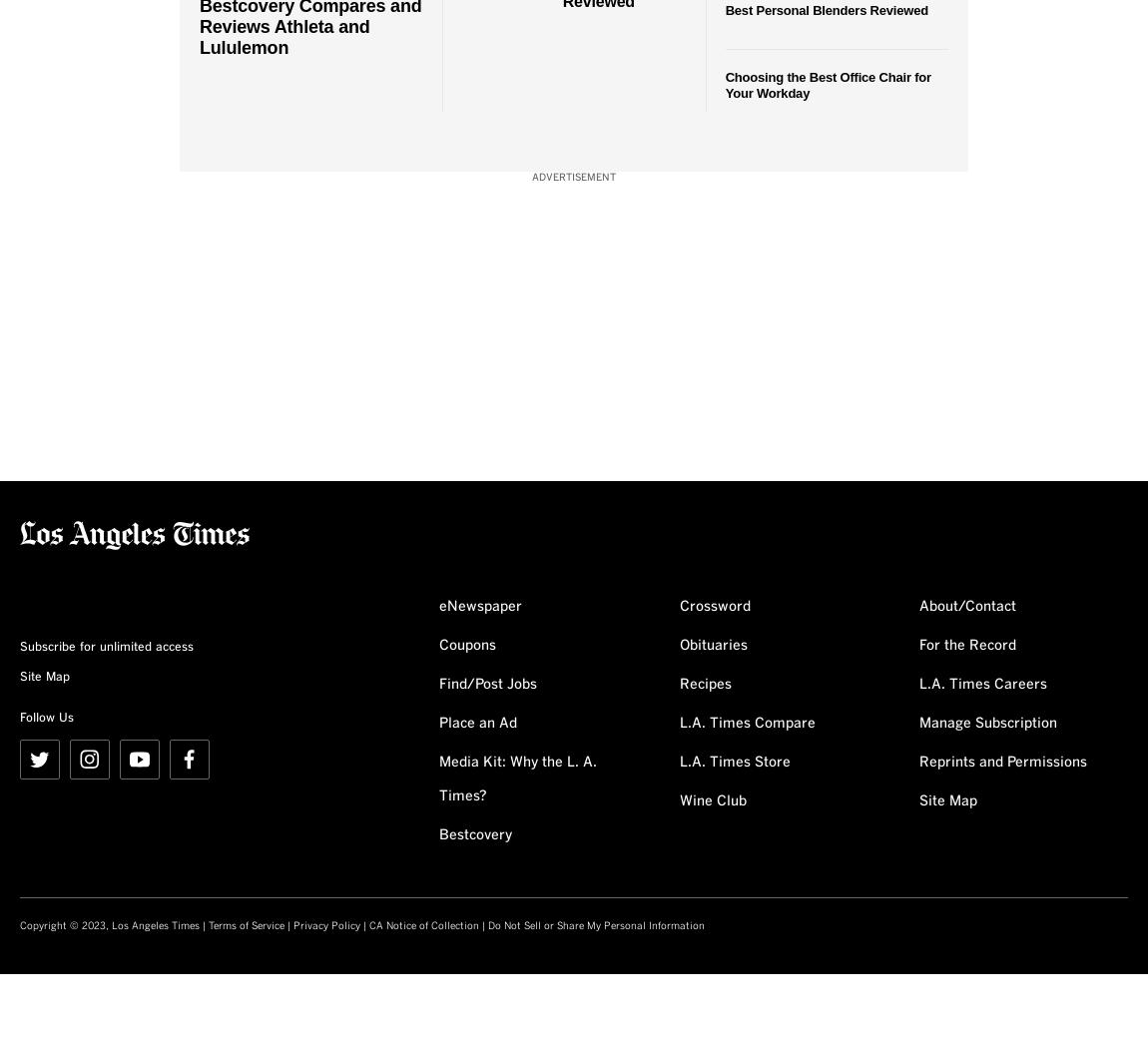 The image size is (1148, 1040). Describe the element at coordinates (827, 83) in the screenshot. I see `'Choosing the Best Office Chair for Your Workday'` at that location.